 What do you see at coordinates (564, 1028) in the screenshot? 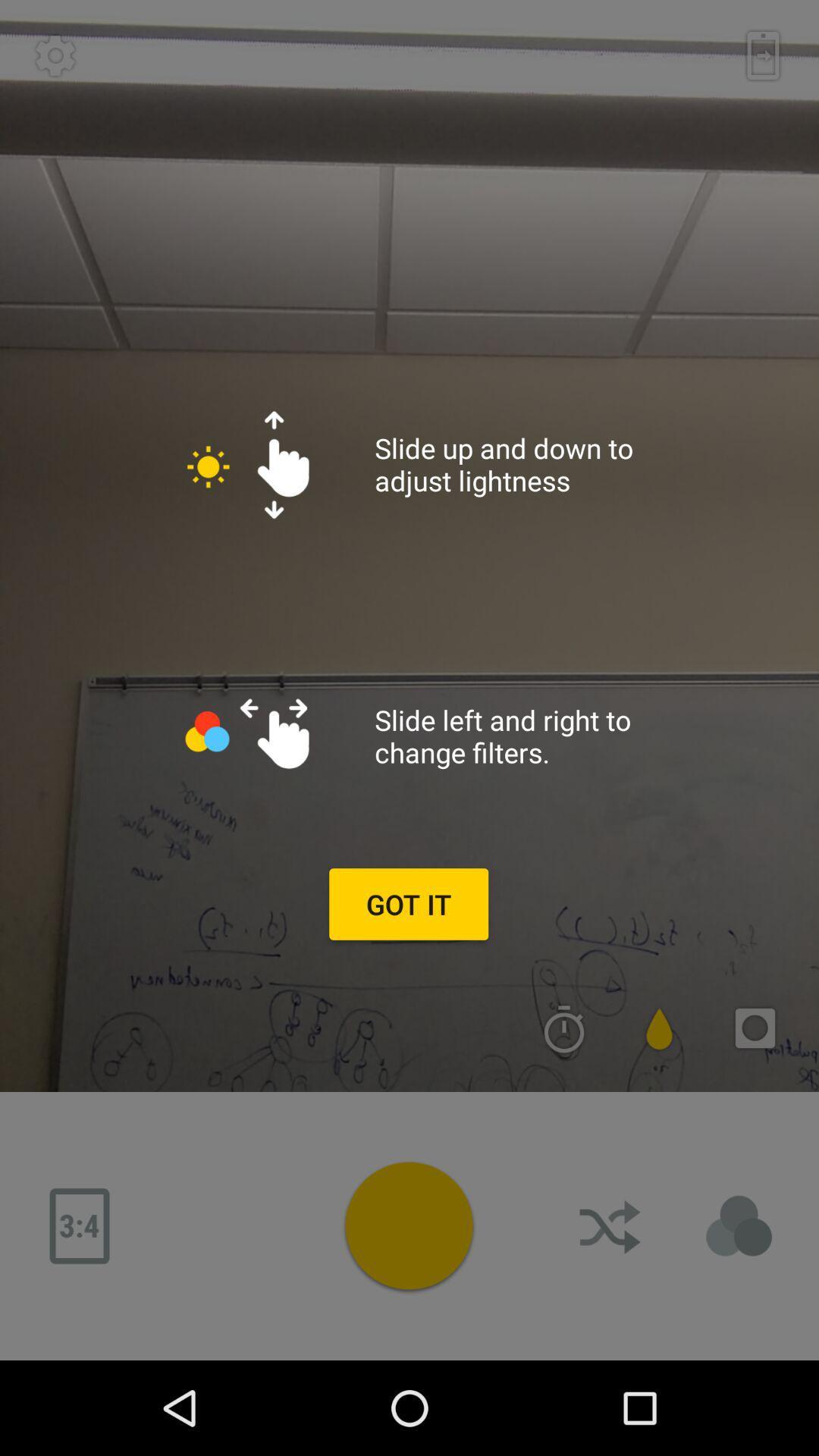
I see `alarm` at bounding box center [564, 1028].